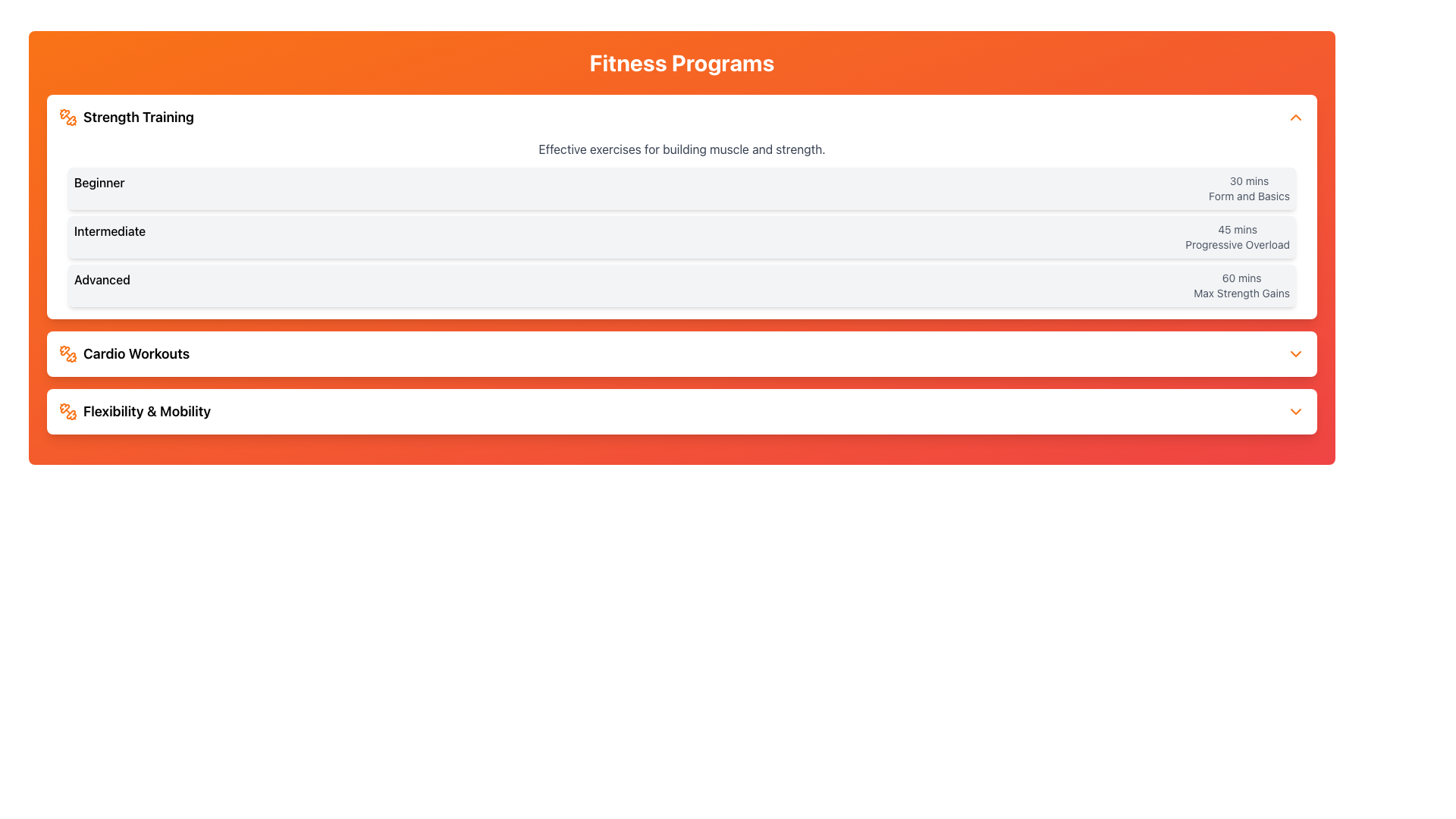 This screenshot has width=1456, height=819. I want to click on the collapse icon next to the 'Strength Training' header, so click(1294, 116).